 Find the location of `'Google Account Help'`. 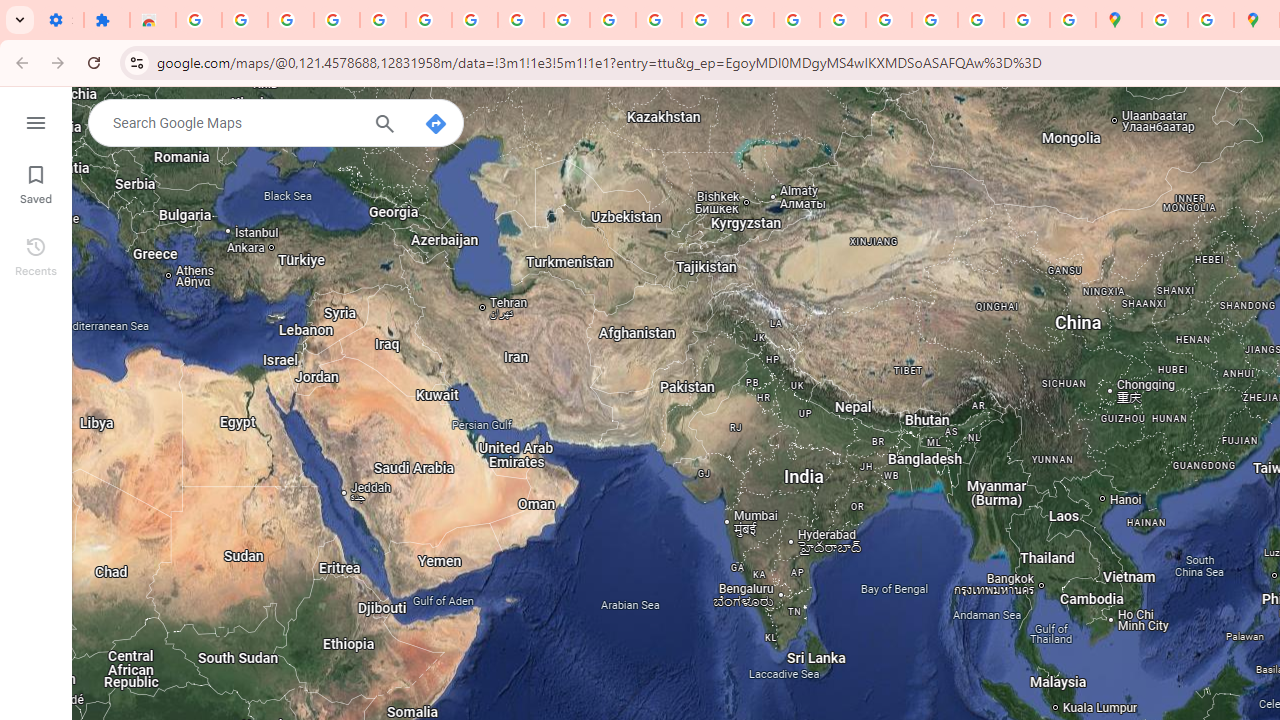

'Google Account Help' is located at coordinates (473, 20).